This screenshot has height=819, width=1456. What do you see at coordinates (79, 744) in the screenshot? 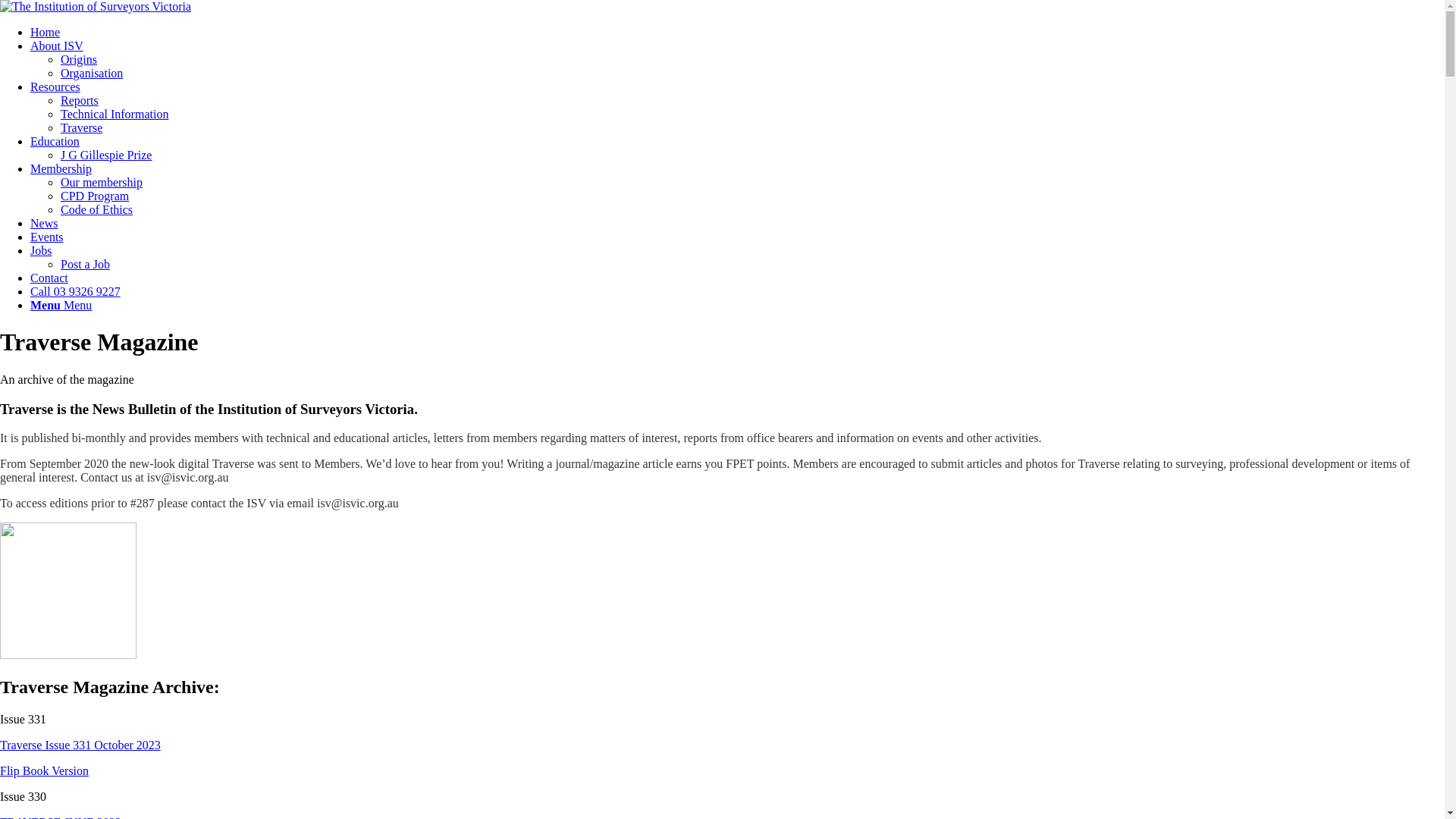
I see `'Traverse Issue 331 October 2023'` at bounding box center [79, 744].